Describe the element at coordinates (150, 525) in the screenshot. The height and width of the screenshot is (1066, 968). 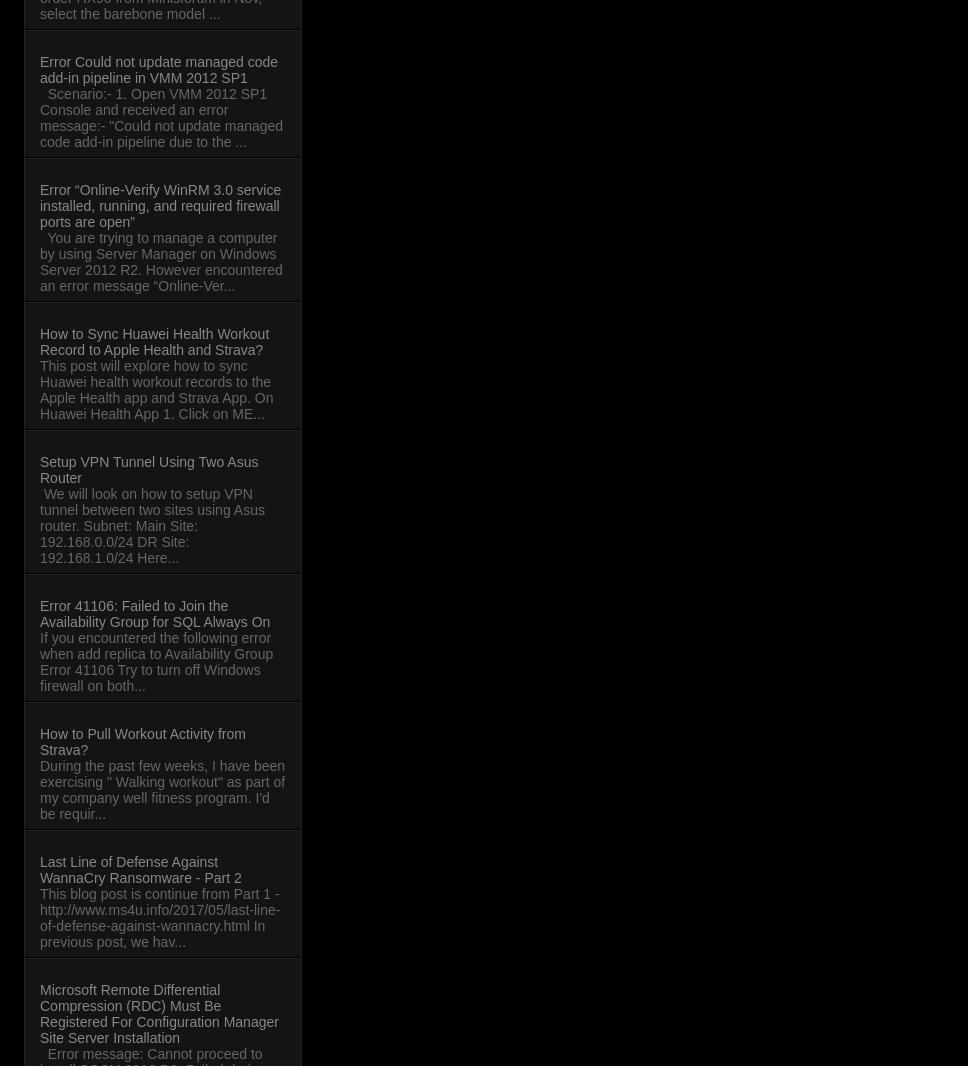
I see `'We will look on how to setup VPN tunnel between two sites using Asus router. Subnet: Main Site: 192.168.0.0/24 DR Site: 192.168.1.0/24 Here...'` at that location.